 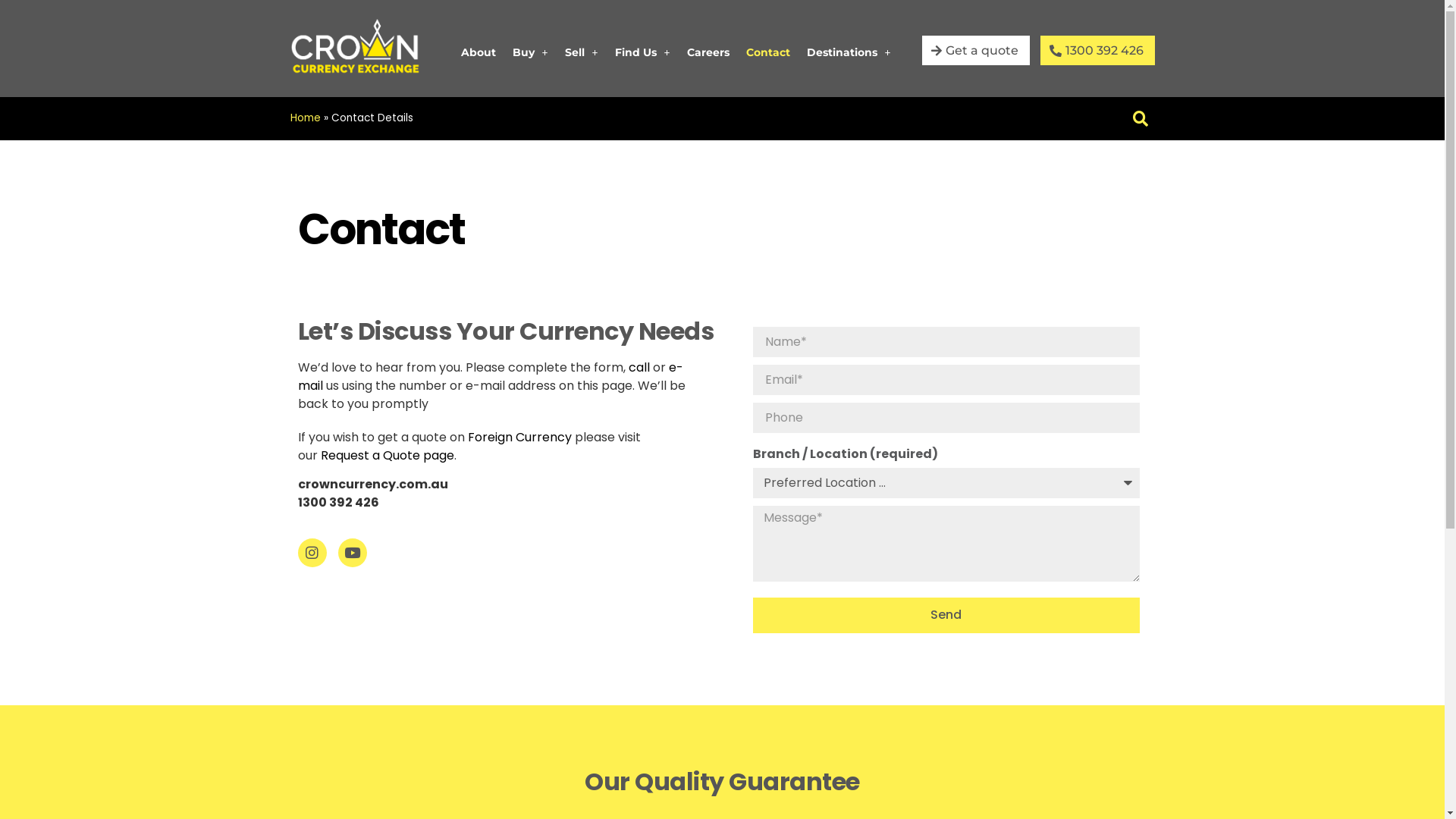 What do you see at coordinates (530, 52) in the screenshot?
I see `'Buy'` at bounding box center [530, 52].